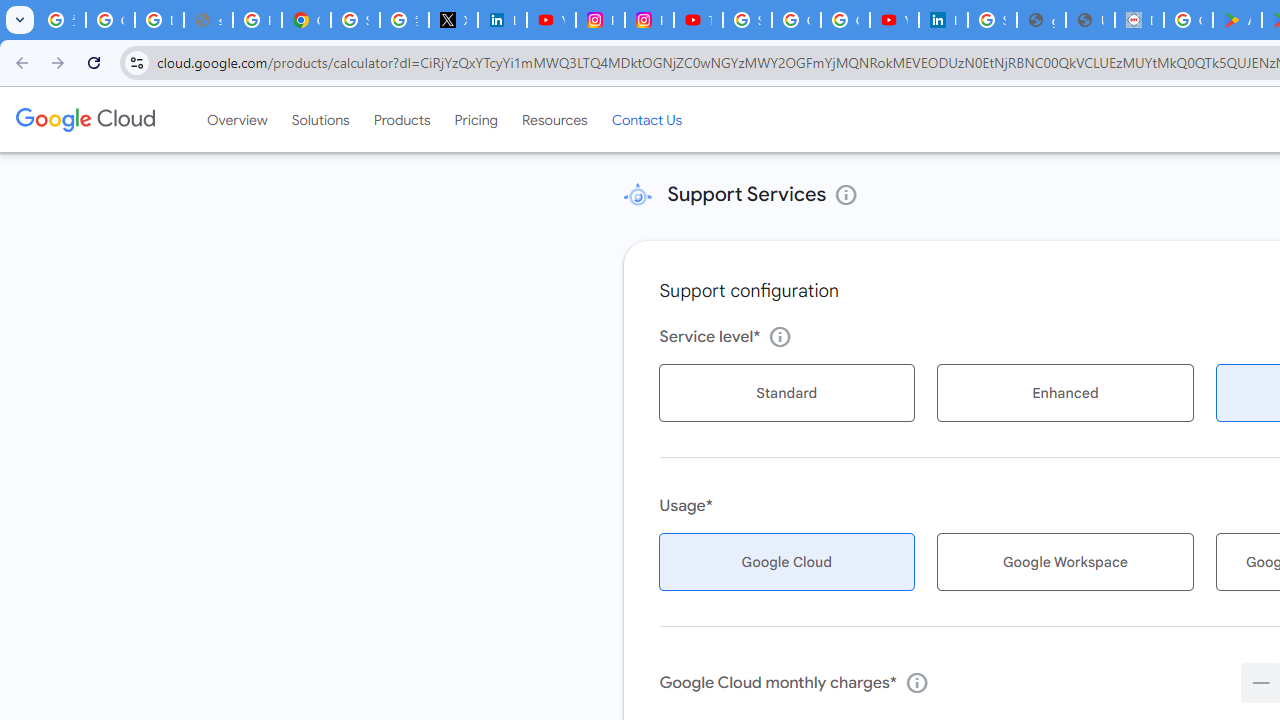  What do you see at coordinates (554, 119) in the screenshot?
I see `'Resources'` at bounding box center [554, 119].